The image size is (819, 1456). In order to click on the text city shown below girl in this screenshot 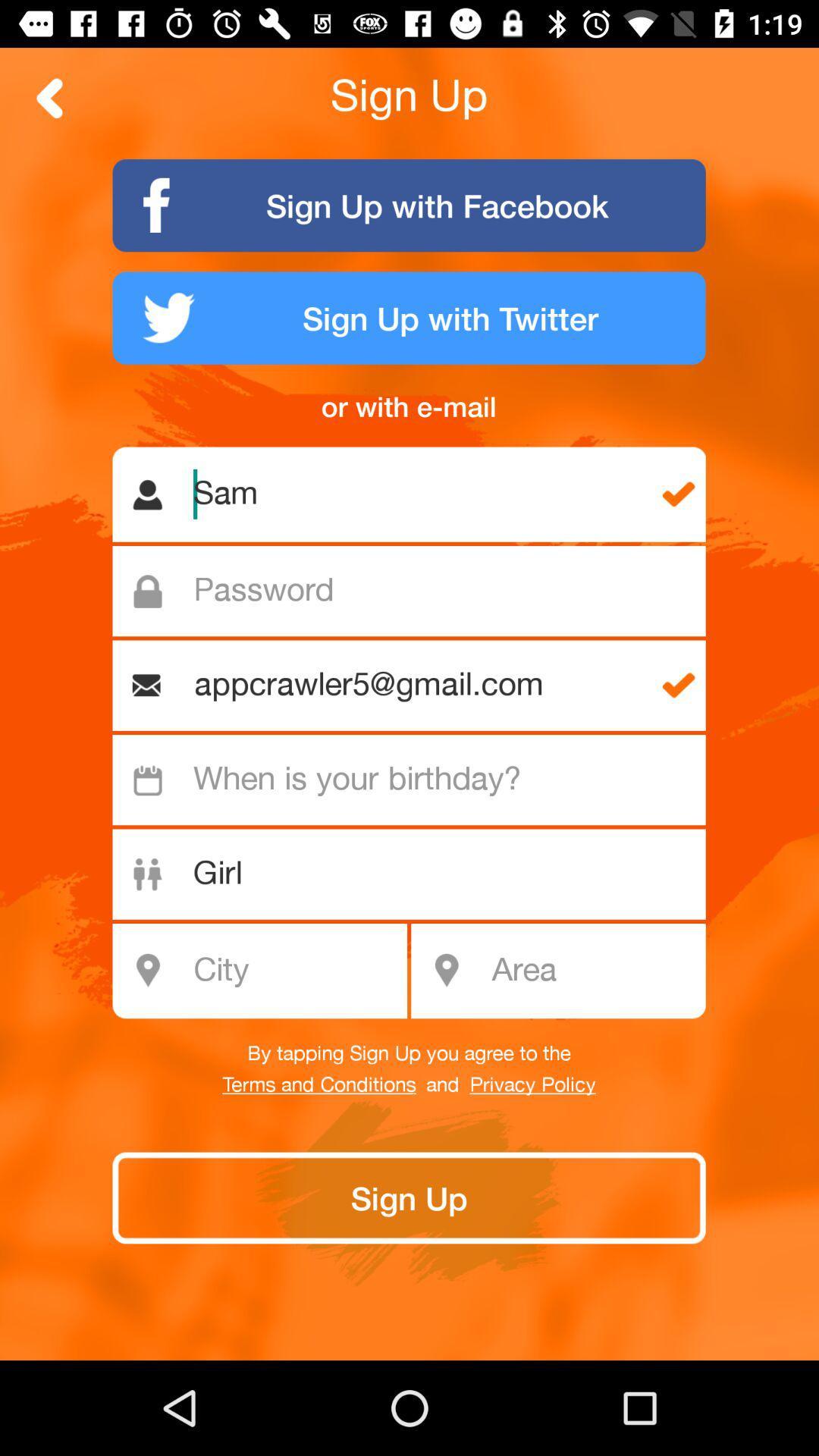, I will do `click(268, 971)`.